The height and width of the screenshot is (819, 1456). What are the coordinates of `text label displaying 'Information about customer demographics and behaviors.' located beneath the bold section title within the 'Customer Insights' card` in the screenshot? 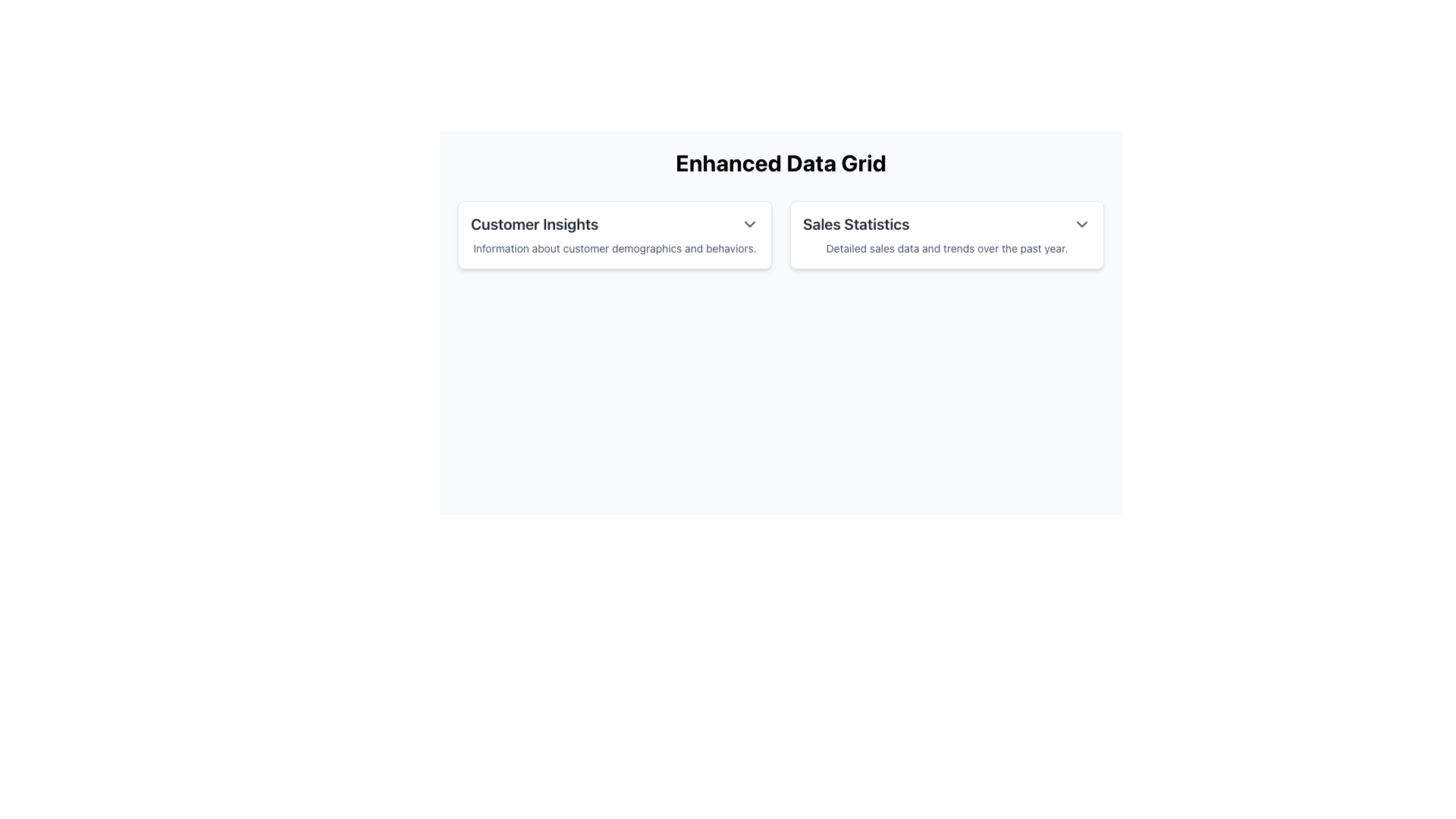 It's located at (615, 247).